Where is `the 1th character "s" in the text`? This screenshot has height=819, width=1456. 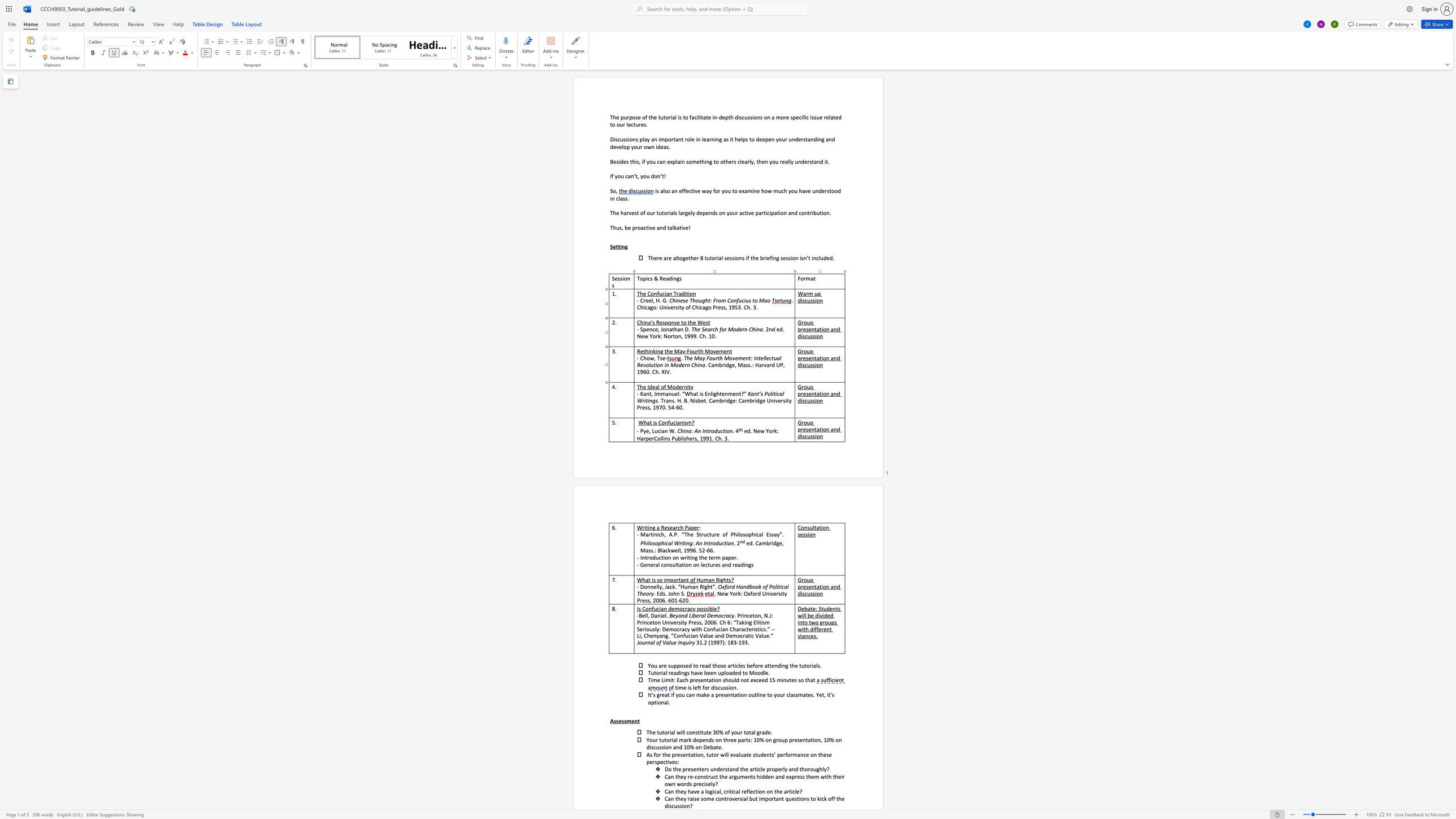
the 1th character "s" in the text is located at coordinates (701, 393).